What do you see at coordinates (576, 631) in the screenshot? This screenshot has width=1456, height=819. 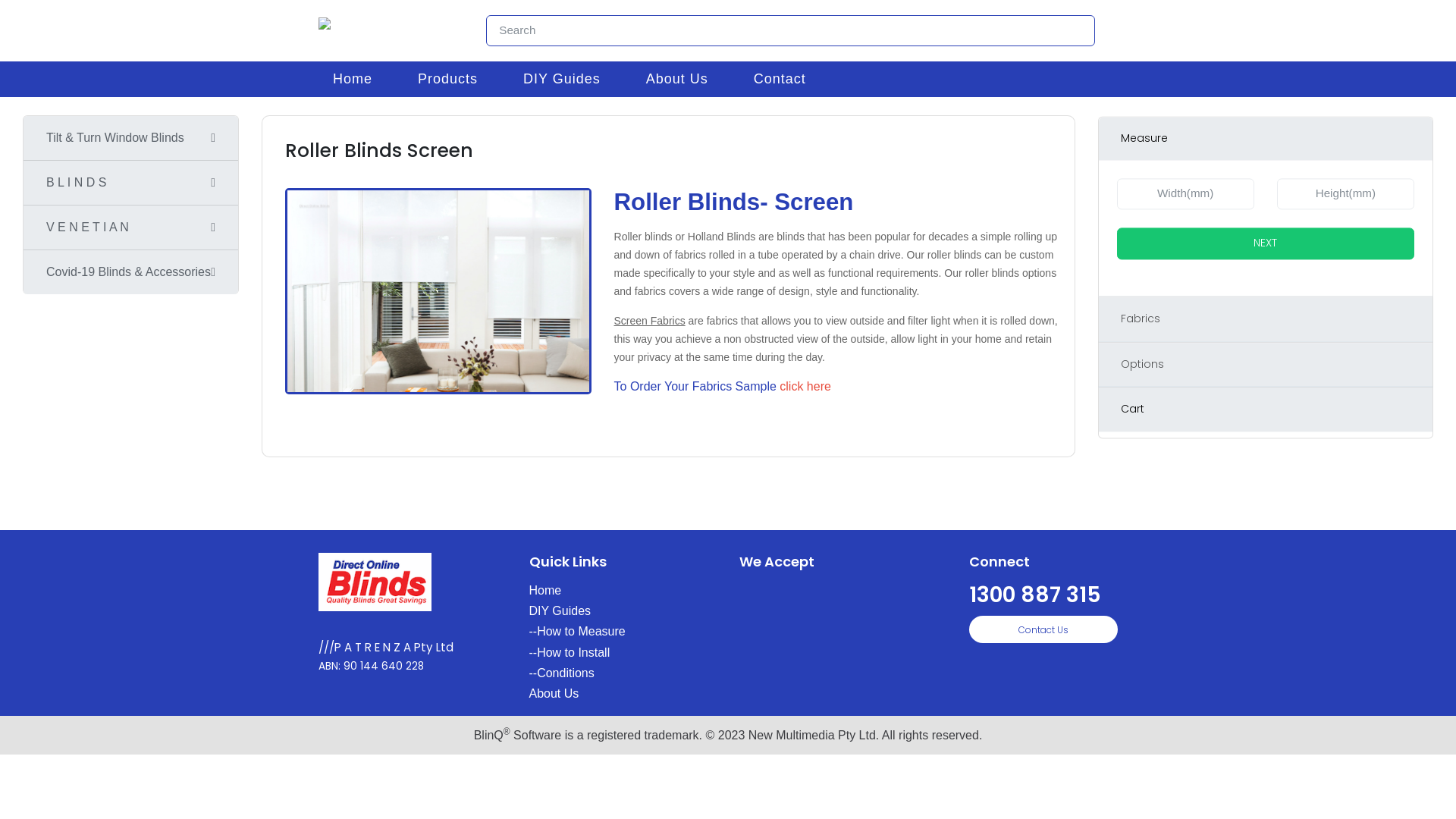 I see `'--How to Measure'` at bounding box center [576, 631].